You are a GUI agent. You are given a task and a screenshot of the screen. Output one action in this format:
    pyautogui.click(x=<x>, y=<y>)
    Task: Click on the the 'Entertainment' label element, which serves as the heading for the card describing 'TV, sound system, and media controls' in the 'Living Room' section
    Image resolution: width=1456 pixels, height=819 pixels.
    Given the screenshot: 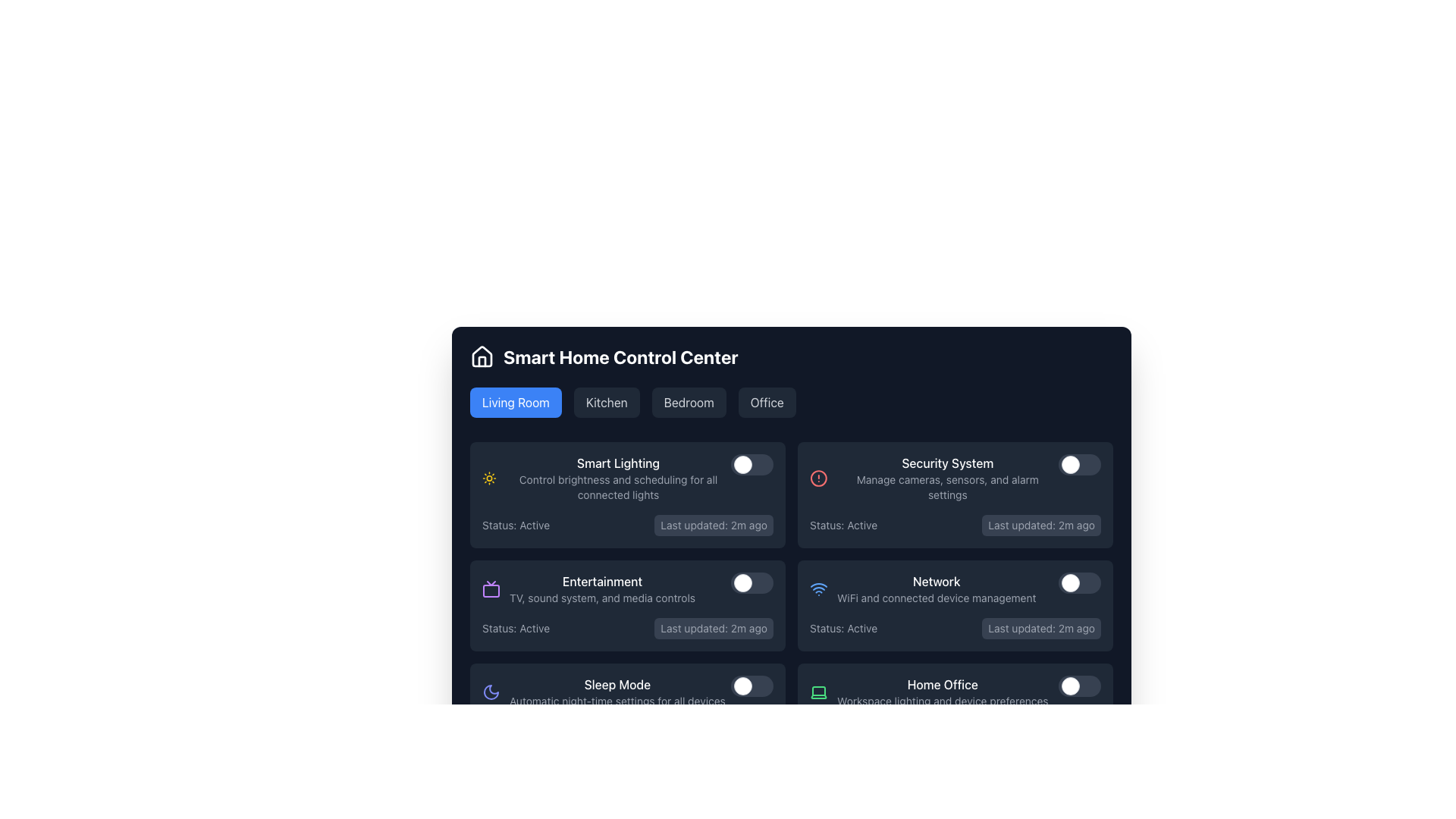 What is the action you would take?
    pyautogui.click(x=601, y=581)
    